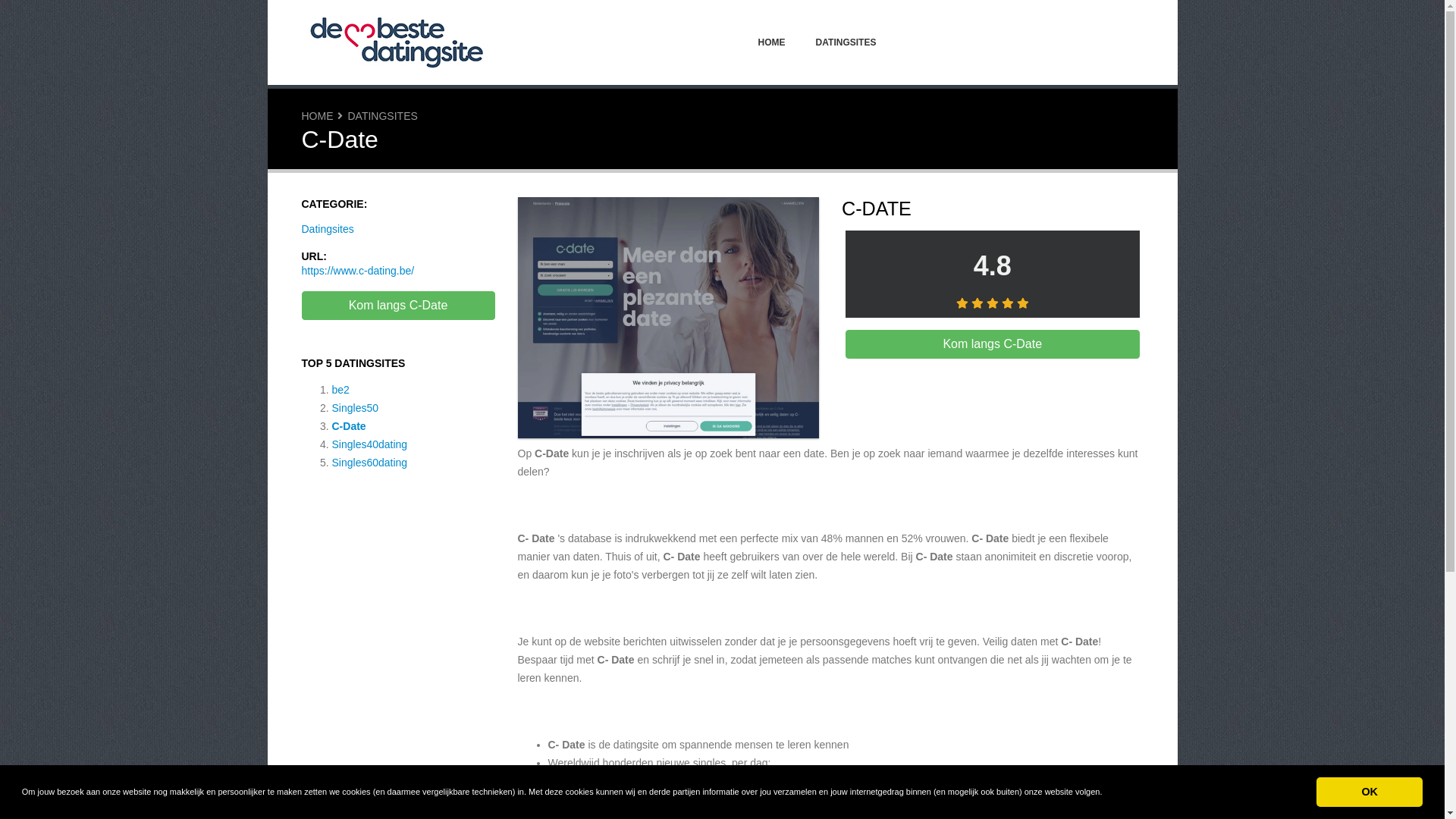 The width and height of the screenshot is (1456, 819). I want to click on 'HOME', so click(771, 41).